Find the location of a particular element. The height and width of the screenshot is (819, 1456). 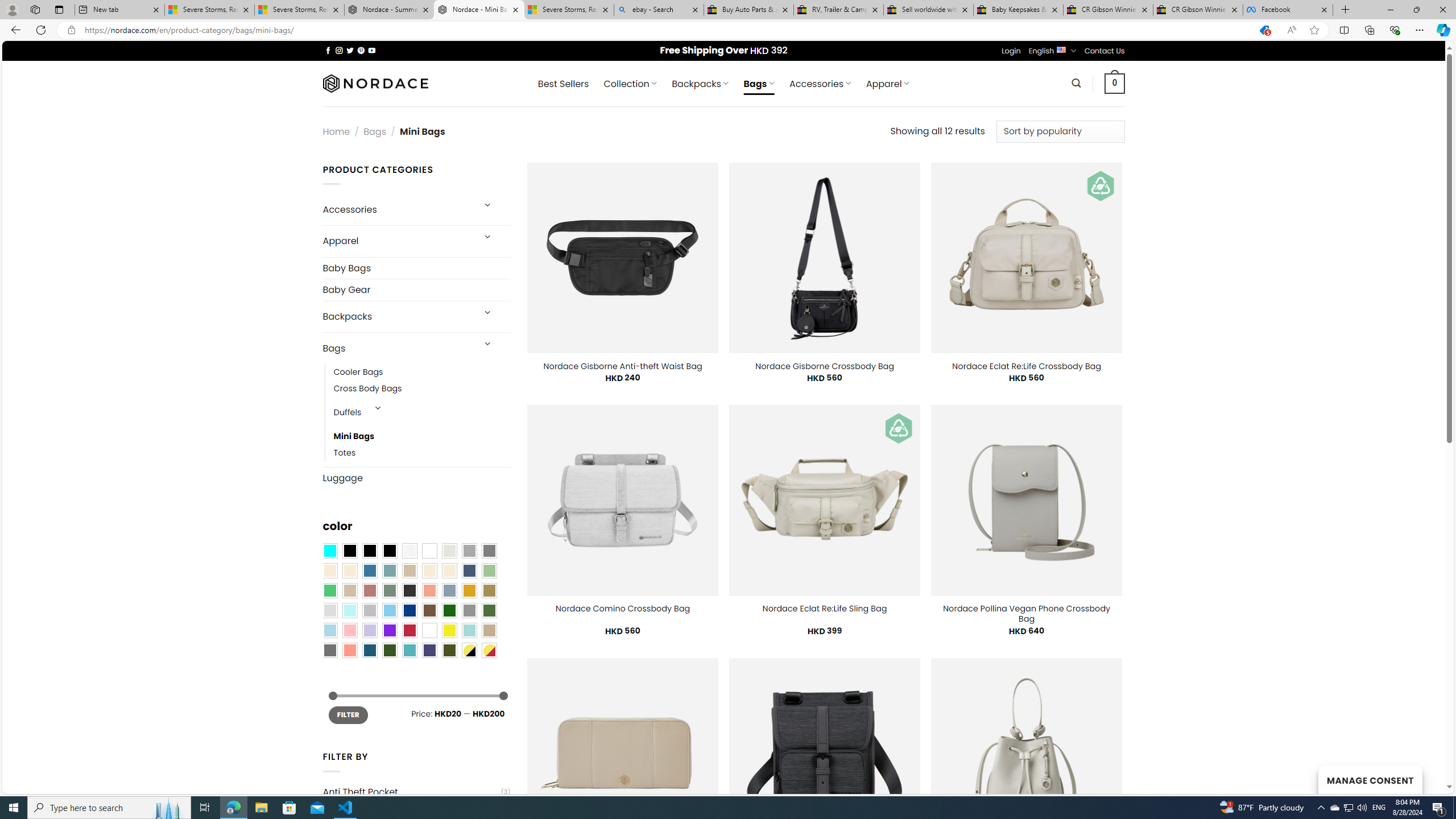

'Blue' is located at coordinates (369, 570).